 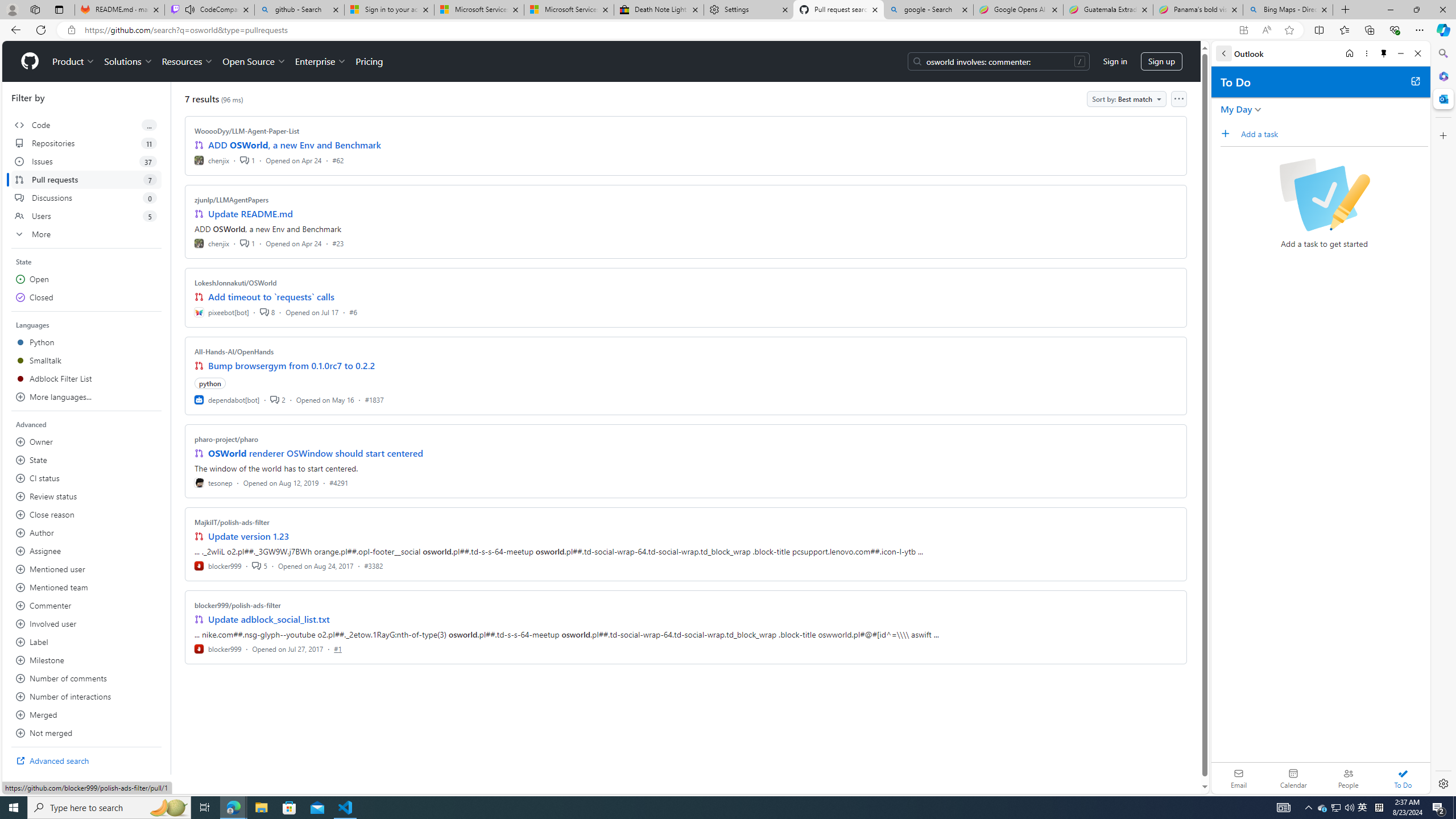 I want to click on 'People', so click(x=1347, y=777).